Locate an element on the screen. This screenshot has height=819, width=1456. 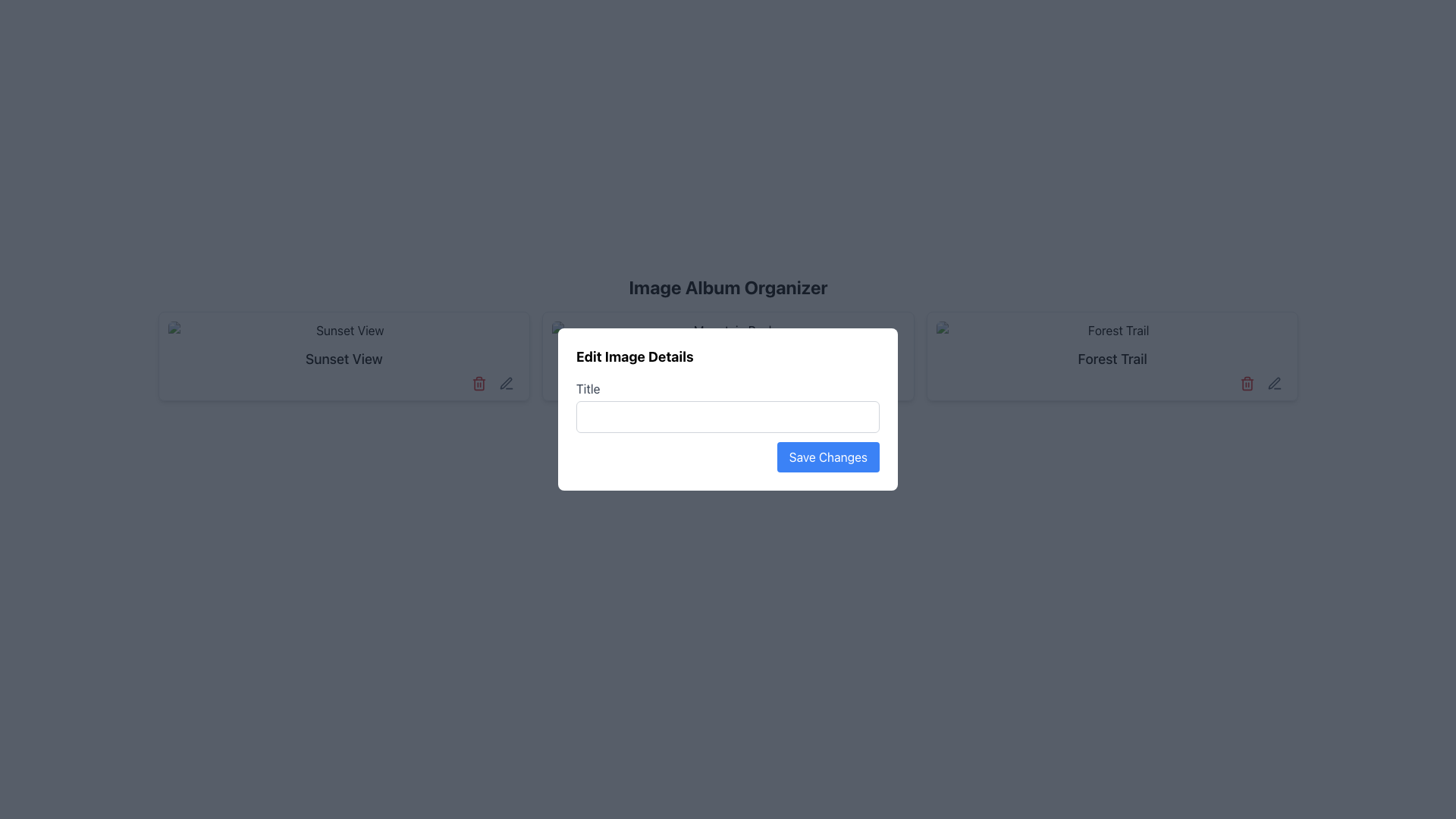
the 'Save Changes' button located at the bottom-right corner of the 'Edit Image Details' modal using keyboard navigation is located at coordinates (728, 456).